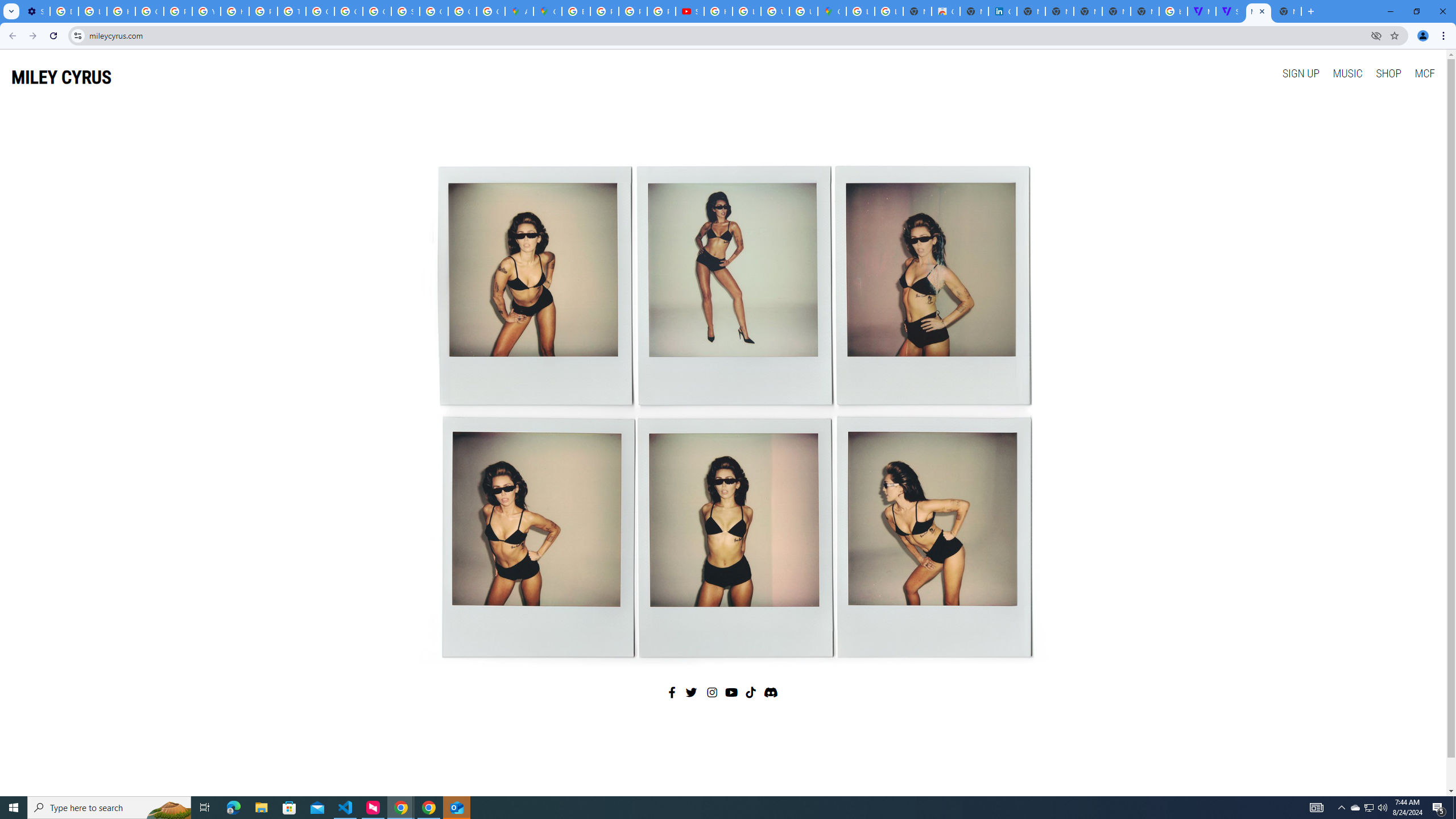  What do you see at coordinates (178, 11) in the screenshot?
I see `'Privacy Help Center - Policies Help'` at bounding box center [178, 11].